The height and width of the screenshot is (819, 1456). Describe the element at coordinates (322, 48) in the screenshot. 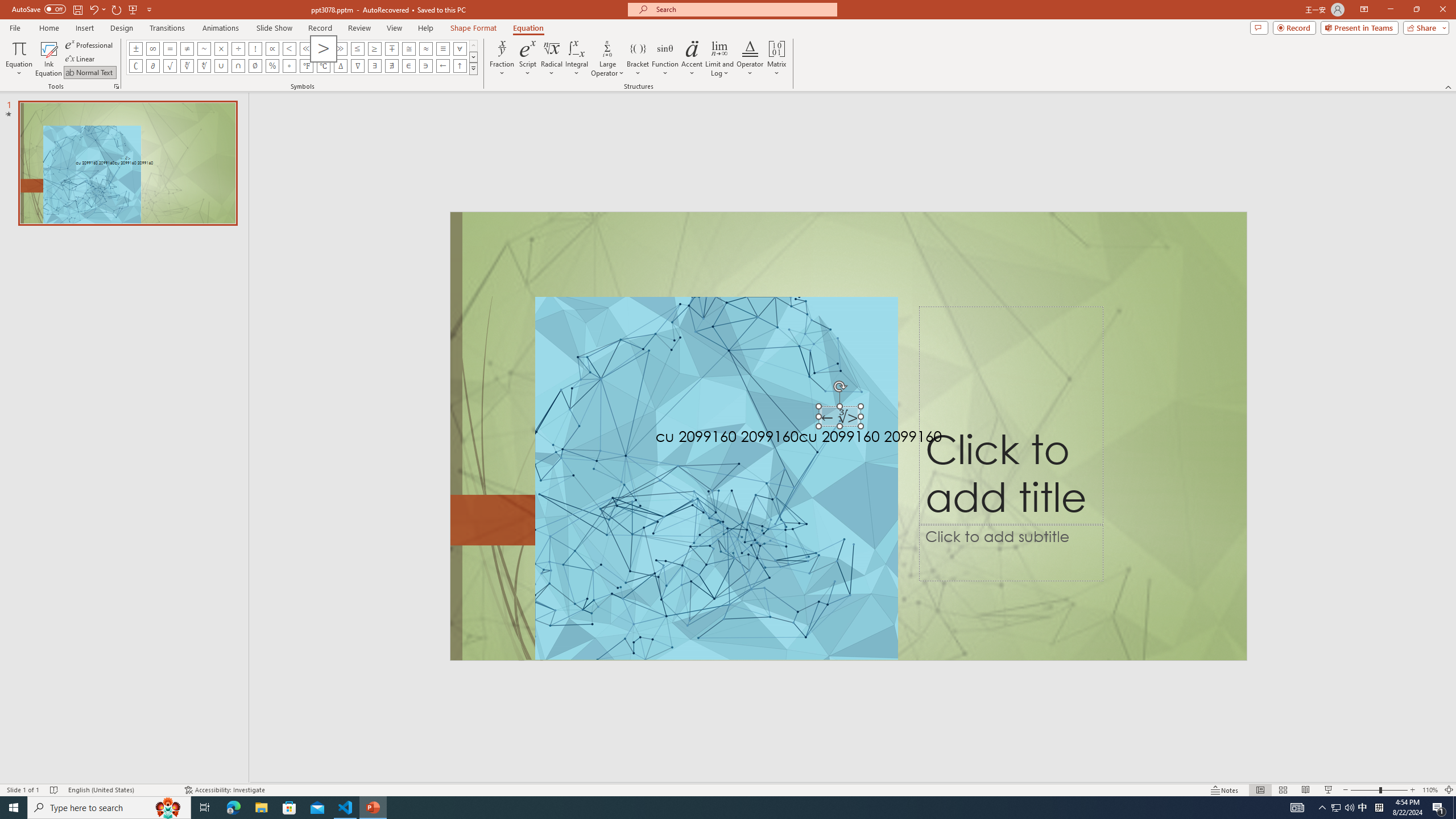

I see `'Equation Symbol Greater Than'` at that location.